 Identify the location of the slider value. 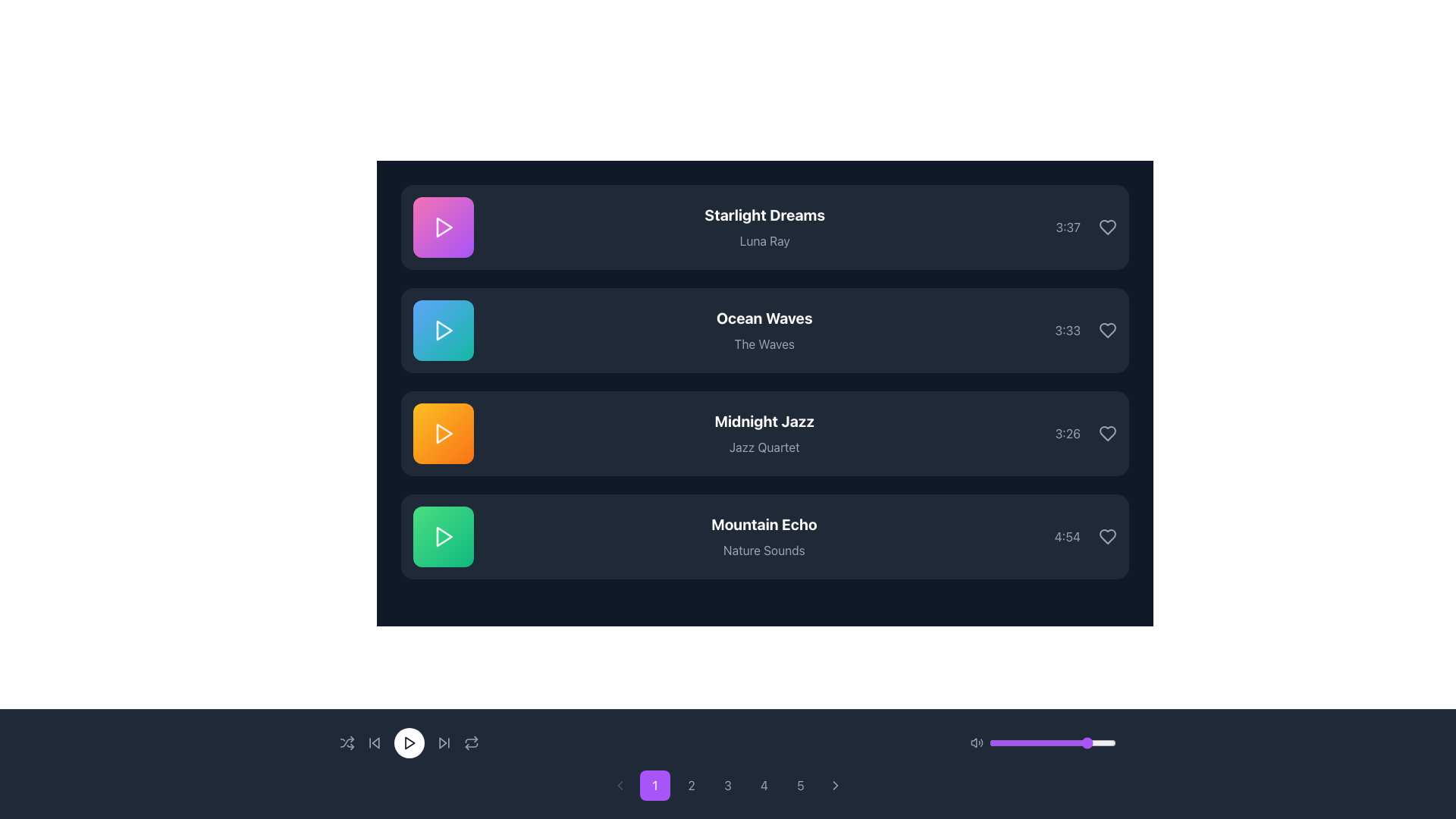
(1067, 742).